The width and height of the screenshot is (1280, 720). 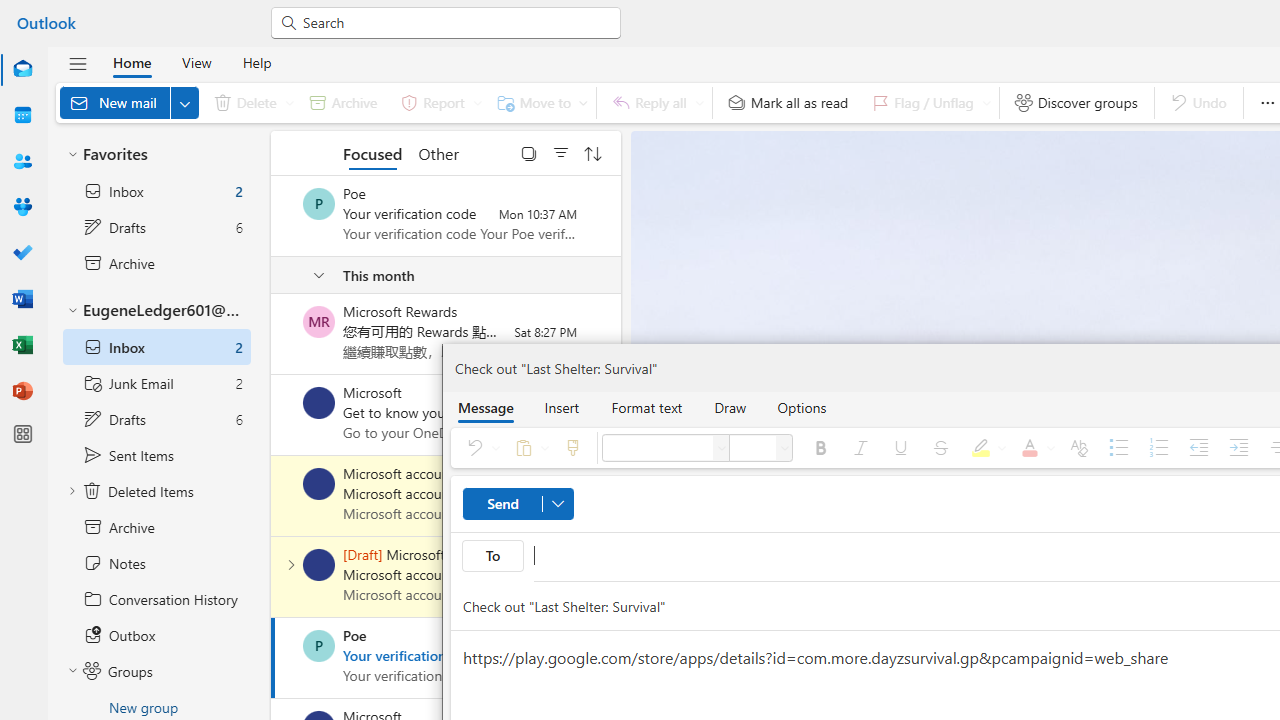 I want to click on 'Mail', so click(x=23, y=68).